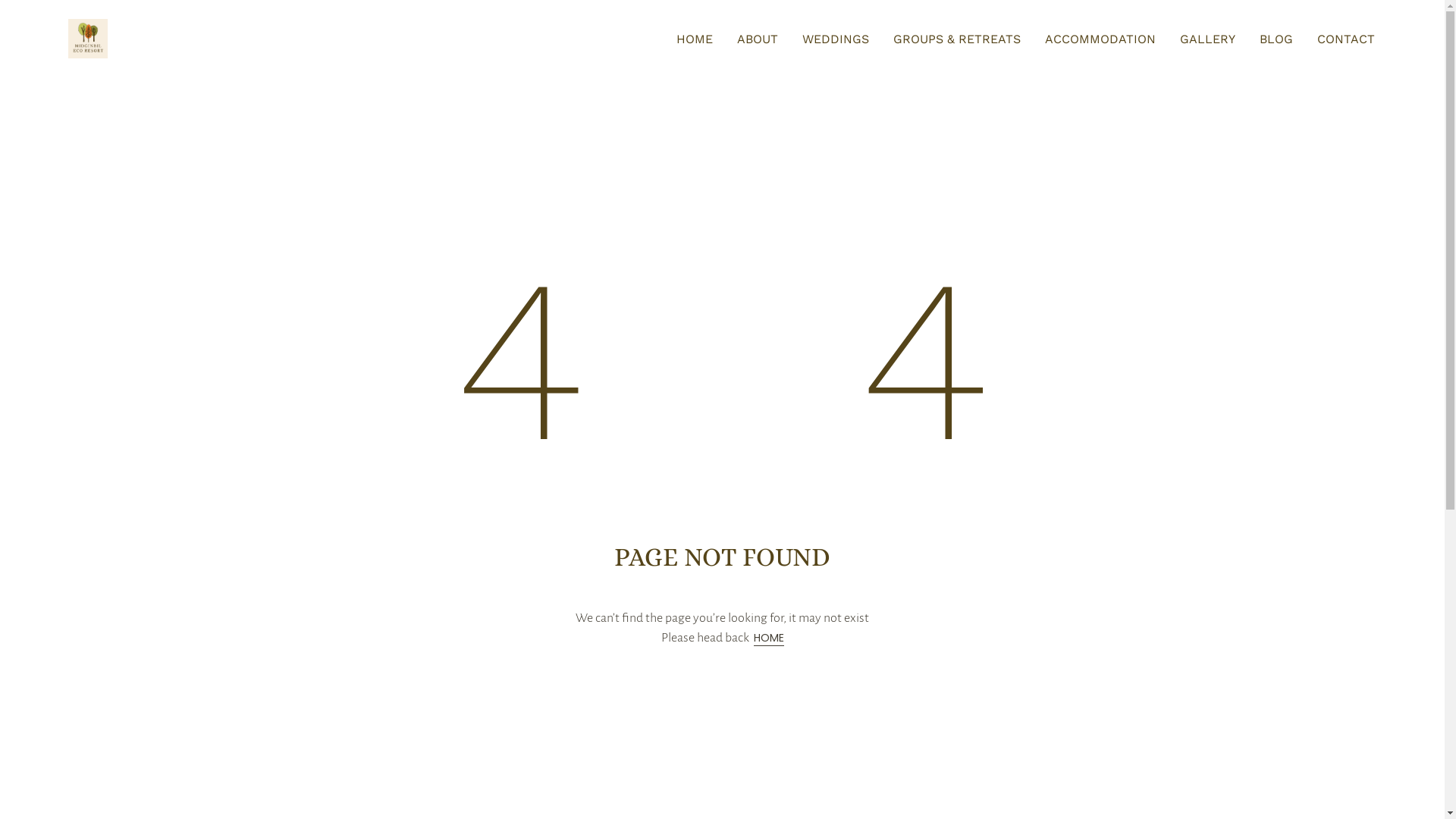 The height and width of the screenshot is (819, 1456). What do you see at coordinates (1276, 38) in the screenshot?
I see `'BLOG'` at bounding box center [1276, 38].